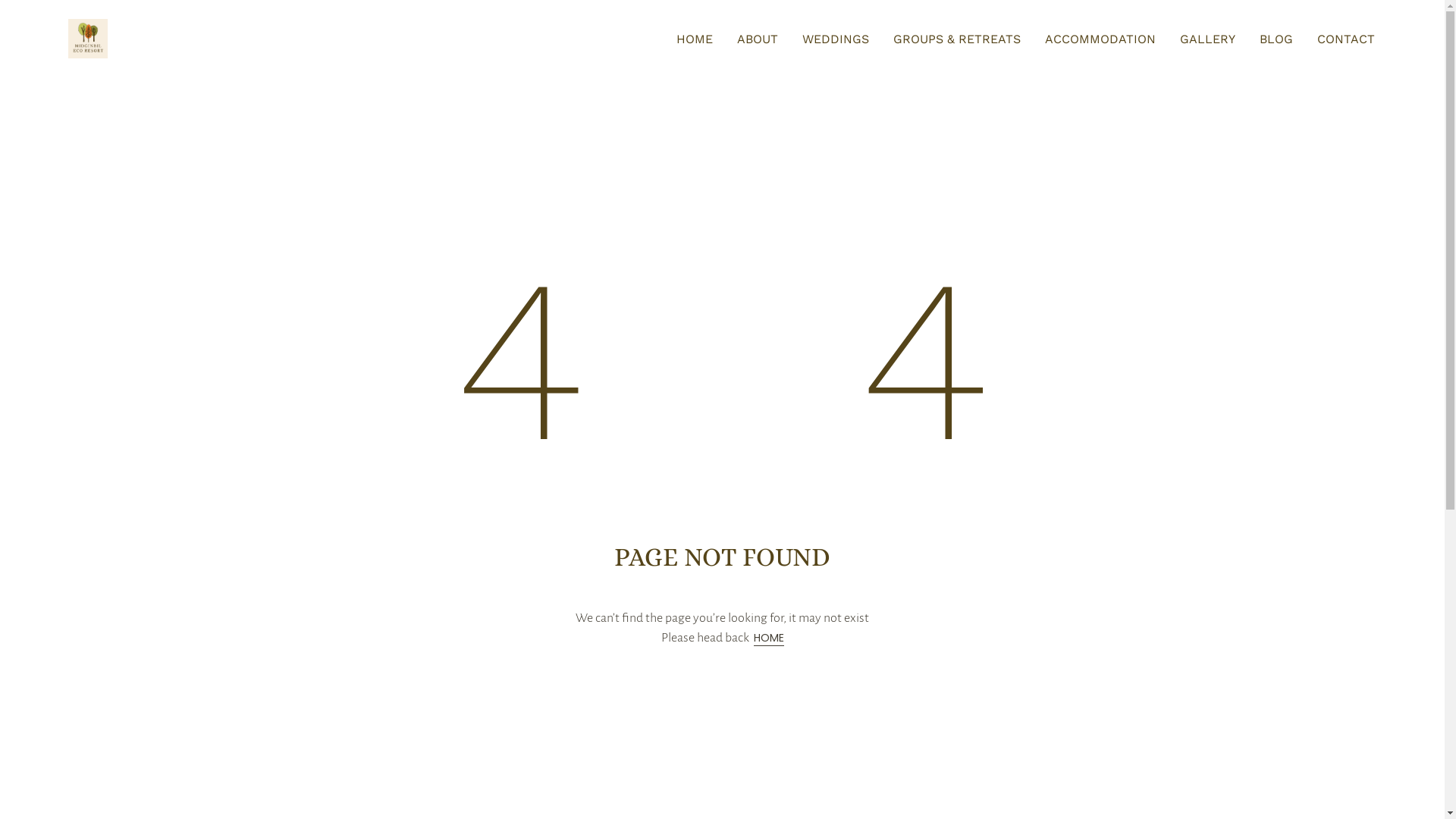 The height and width of the screenshot is (819, 1456). What do you see at coordinates (1276, 38) in the screenshot?
I see `'BLOG'` at bounding box center [1276, 38].